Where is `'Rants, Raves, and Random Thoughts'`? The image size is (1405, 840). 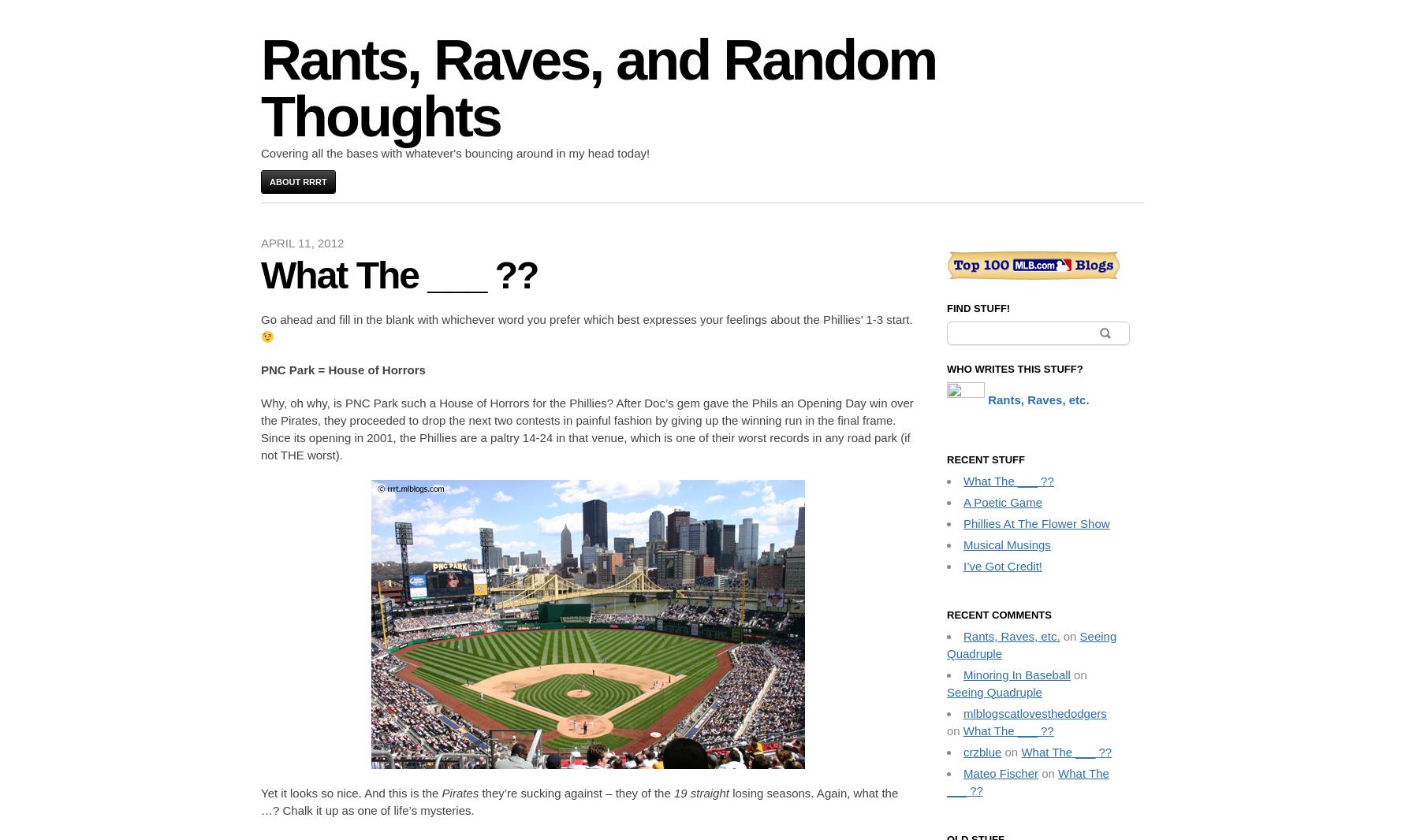 'Rants, Raves, and Random Thoughts' is located at coordinates (598, 87).